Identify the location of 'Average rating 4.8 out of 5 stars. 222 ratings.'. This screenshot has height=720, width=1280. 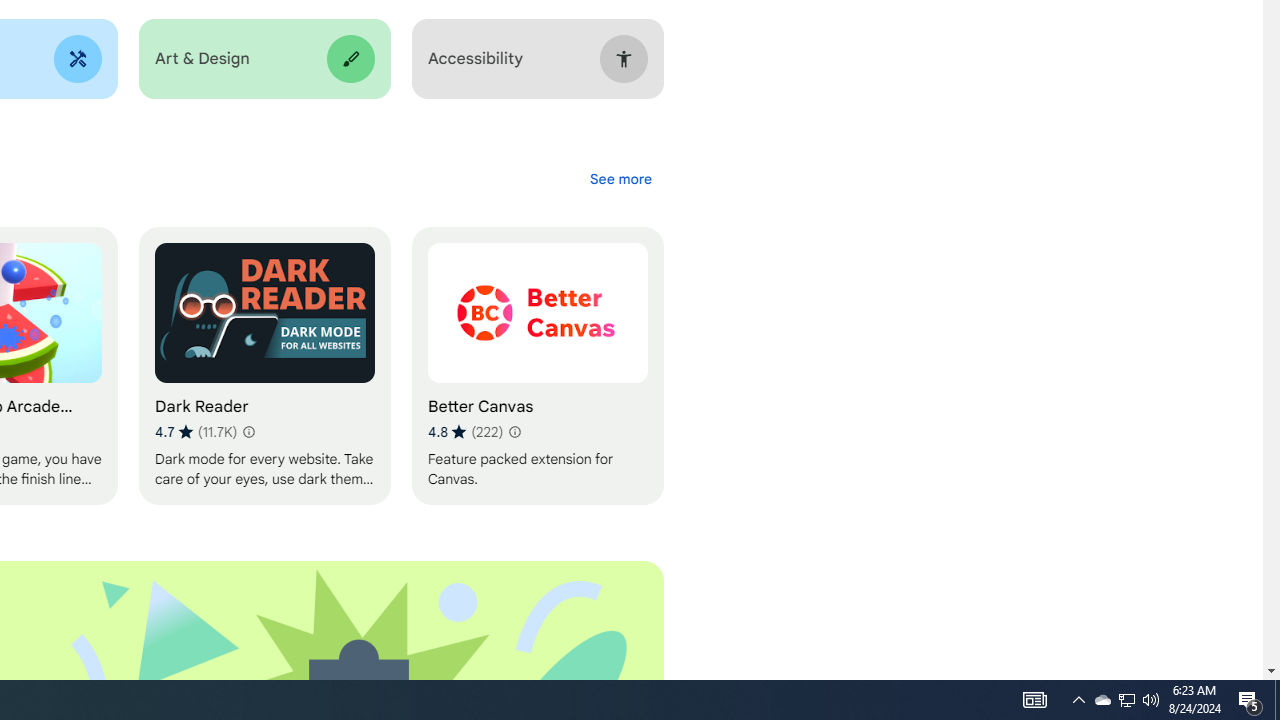
(464, 431).